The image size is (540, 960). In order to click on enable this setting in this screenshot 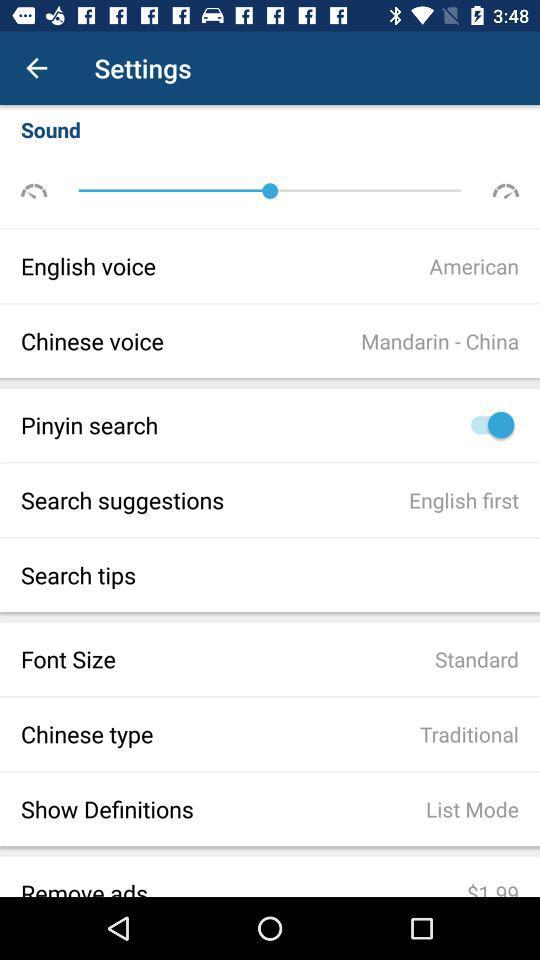, I will do `click(486, 425)`.